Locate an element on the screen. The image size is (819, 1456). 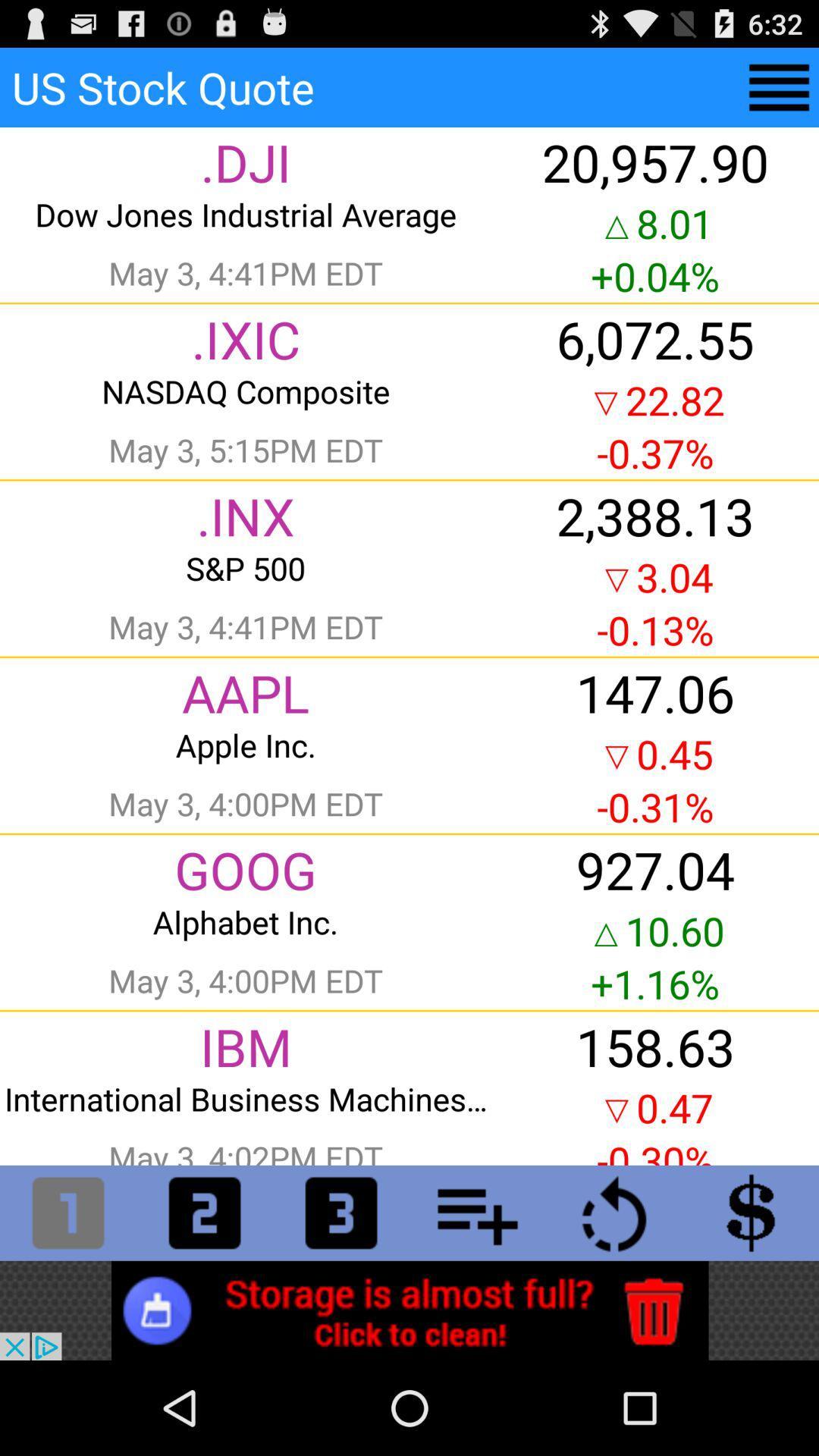
show page 1 is located at coordinates (67, 1212).